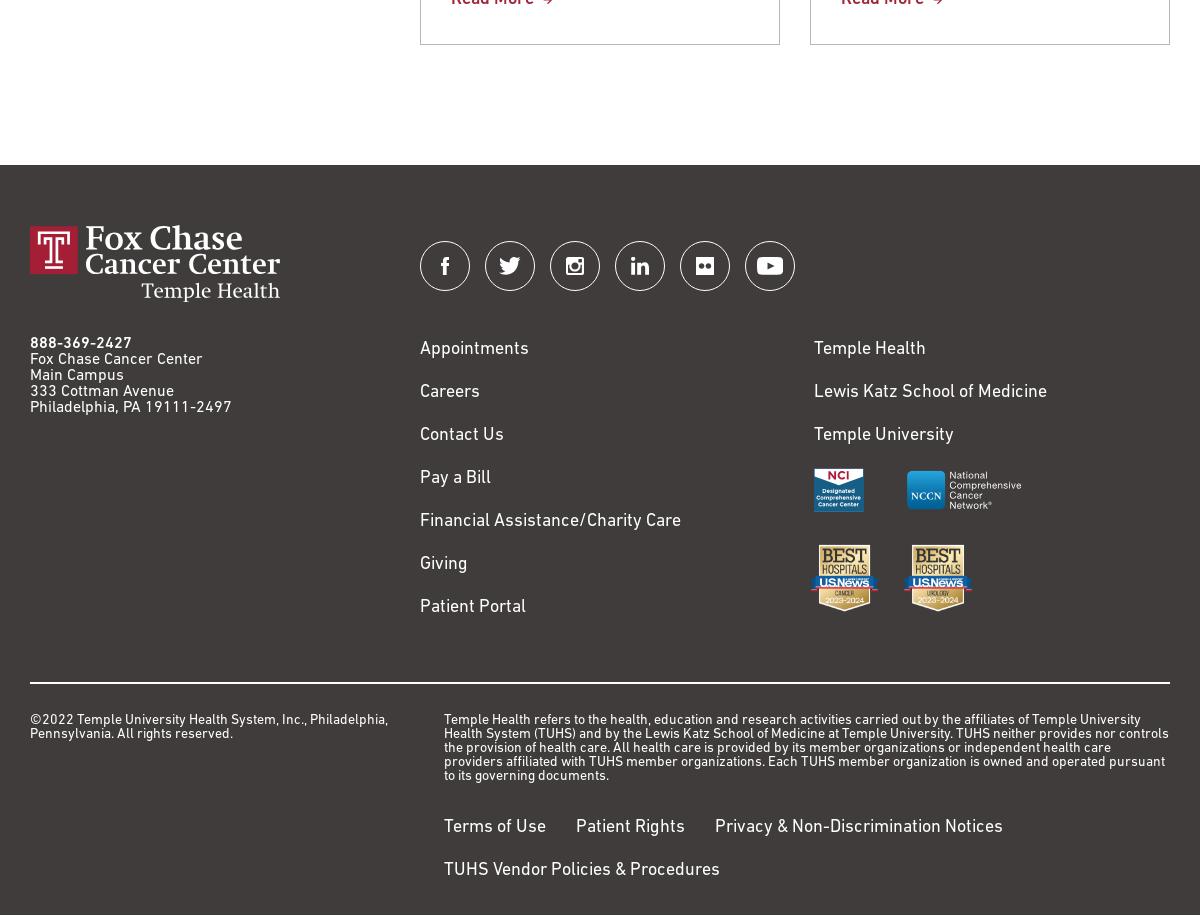  Describe the element at coordinates (208, 727) in the screenshot. I see `'©2022 Temple University Health System, Inc., Philadelphia, Pennsylvania. All rights reserved.'` at that location.